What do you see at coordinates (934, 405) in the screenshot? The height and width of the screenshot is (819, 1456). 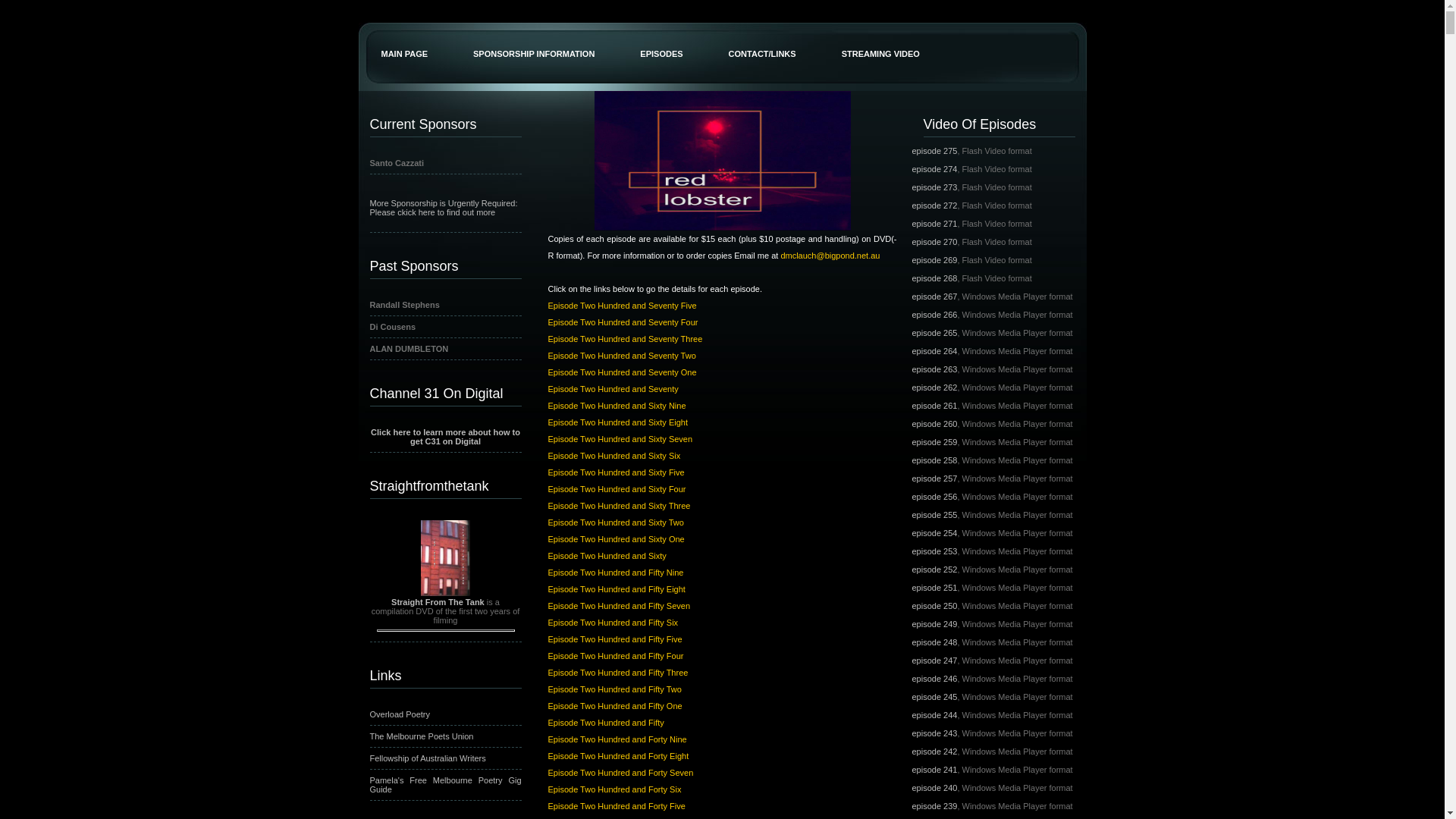 I see `'episode 261'` at bounding box center [934, 405].